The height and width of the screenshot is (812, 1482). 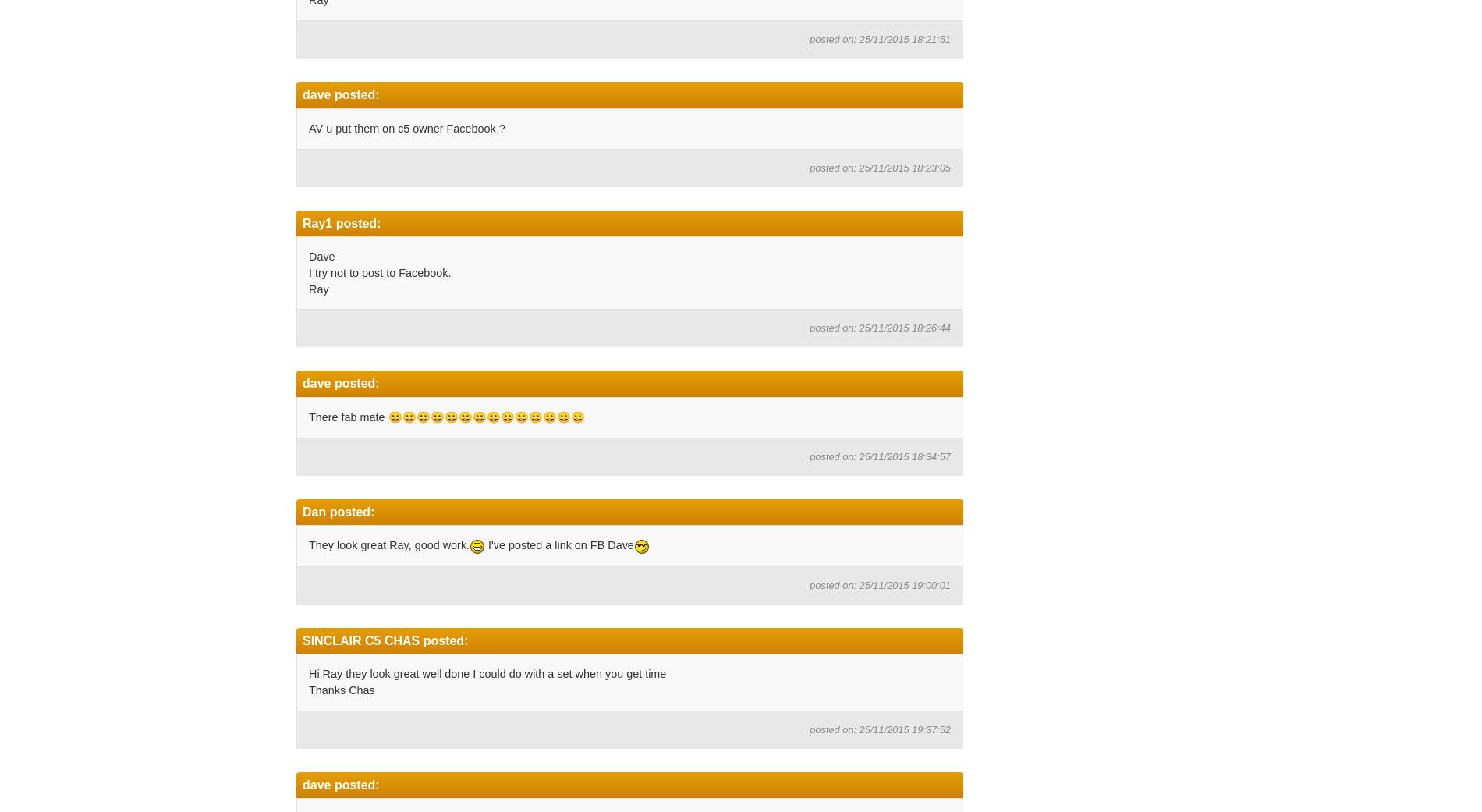 What do you see at coordinates (340, 689) in the screenshot?
I see `'Thanks Chas'` at bounding box center [340, 689].